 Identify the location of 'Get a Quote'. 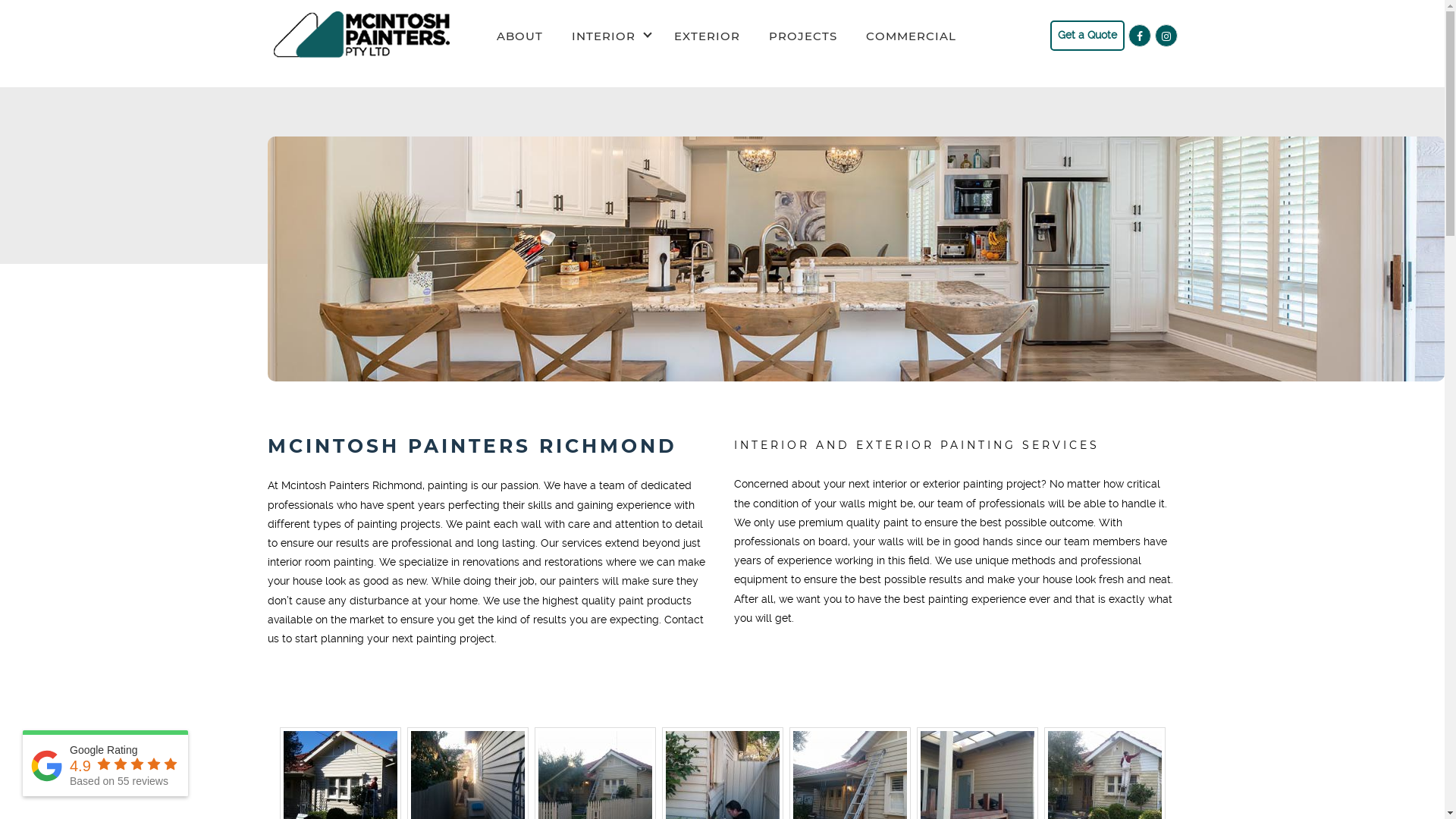
(1086, 34).